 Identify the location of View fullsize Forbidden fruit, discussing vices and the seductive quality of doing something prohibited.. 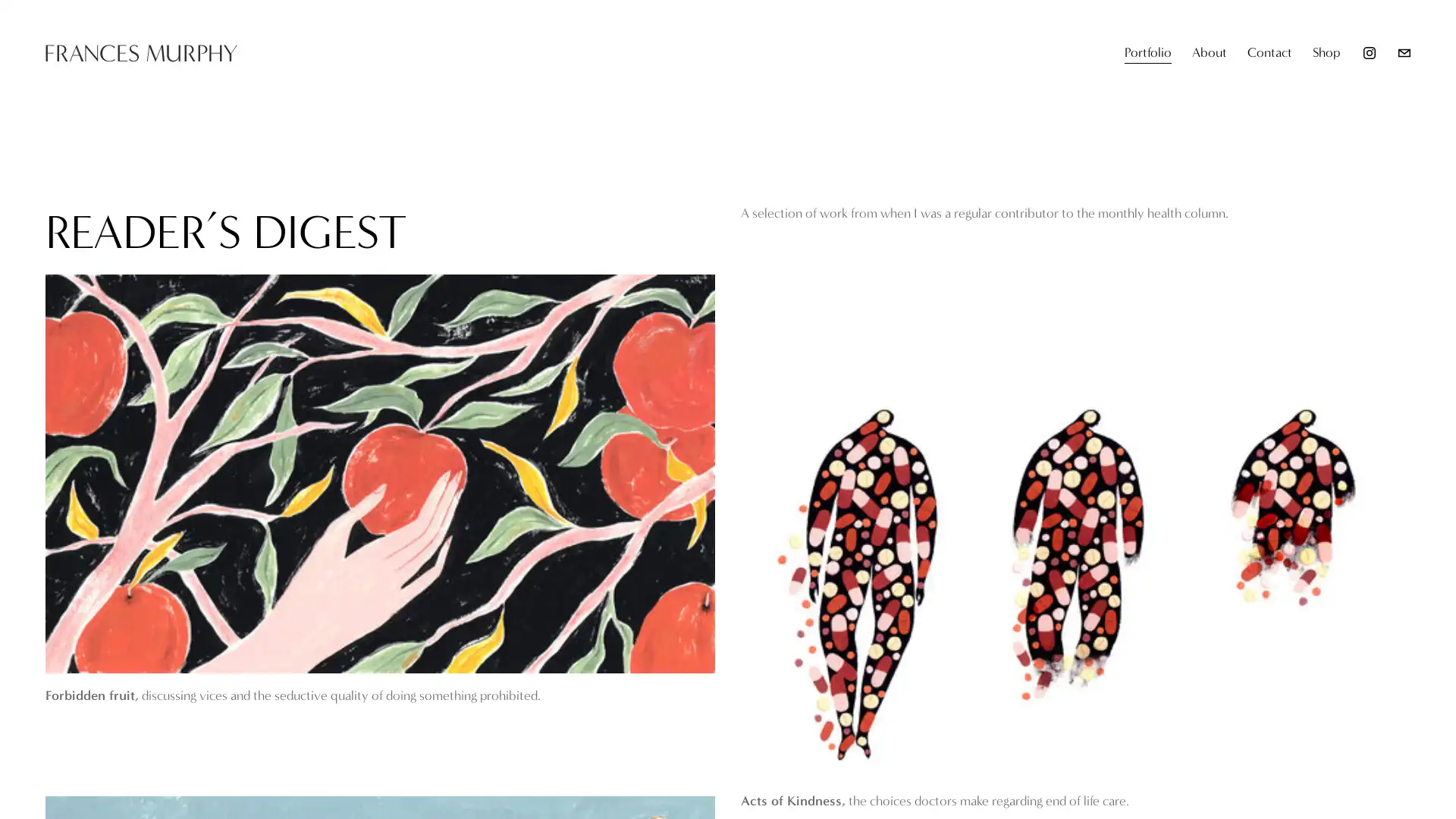
(380, 472).